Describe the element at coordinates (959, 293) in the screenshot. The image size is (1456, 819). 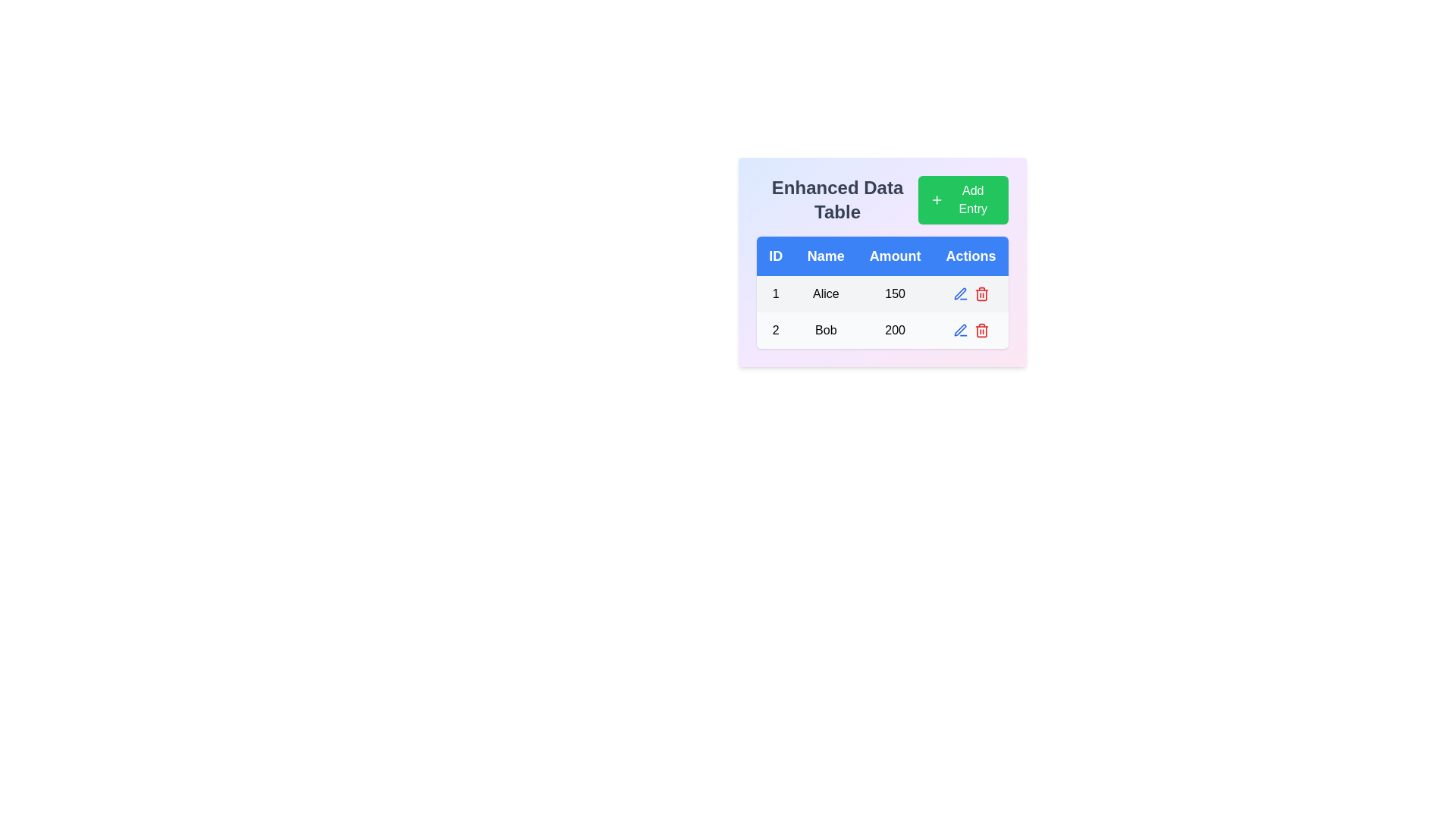
I see `the pen-like icon in the 'Actions' column of the second row` at that location.